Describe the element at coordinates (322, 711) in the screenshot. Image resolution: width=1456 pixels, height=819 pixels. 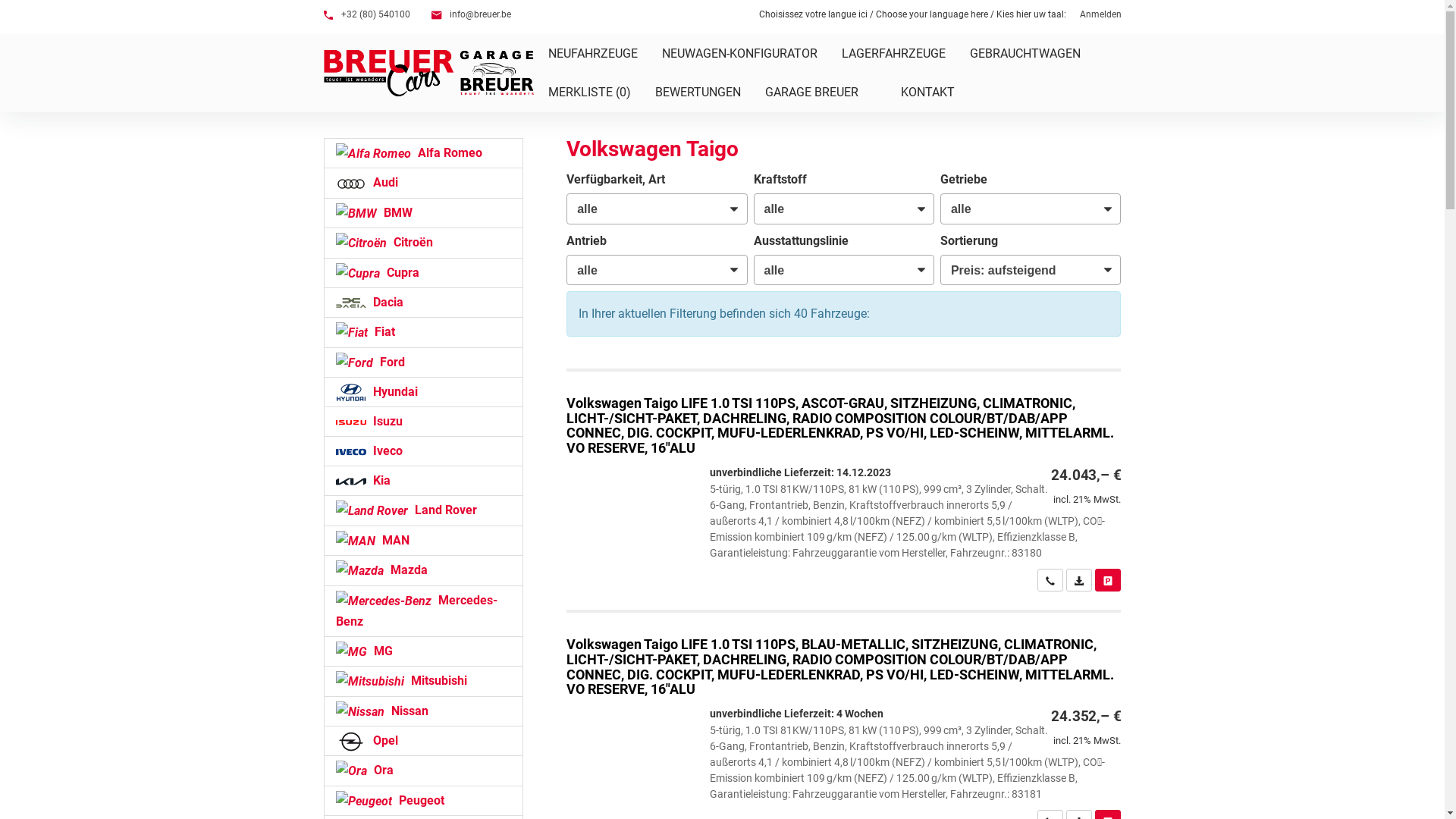
I see `'Nissan'` at that location.